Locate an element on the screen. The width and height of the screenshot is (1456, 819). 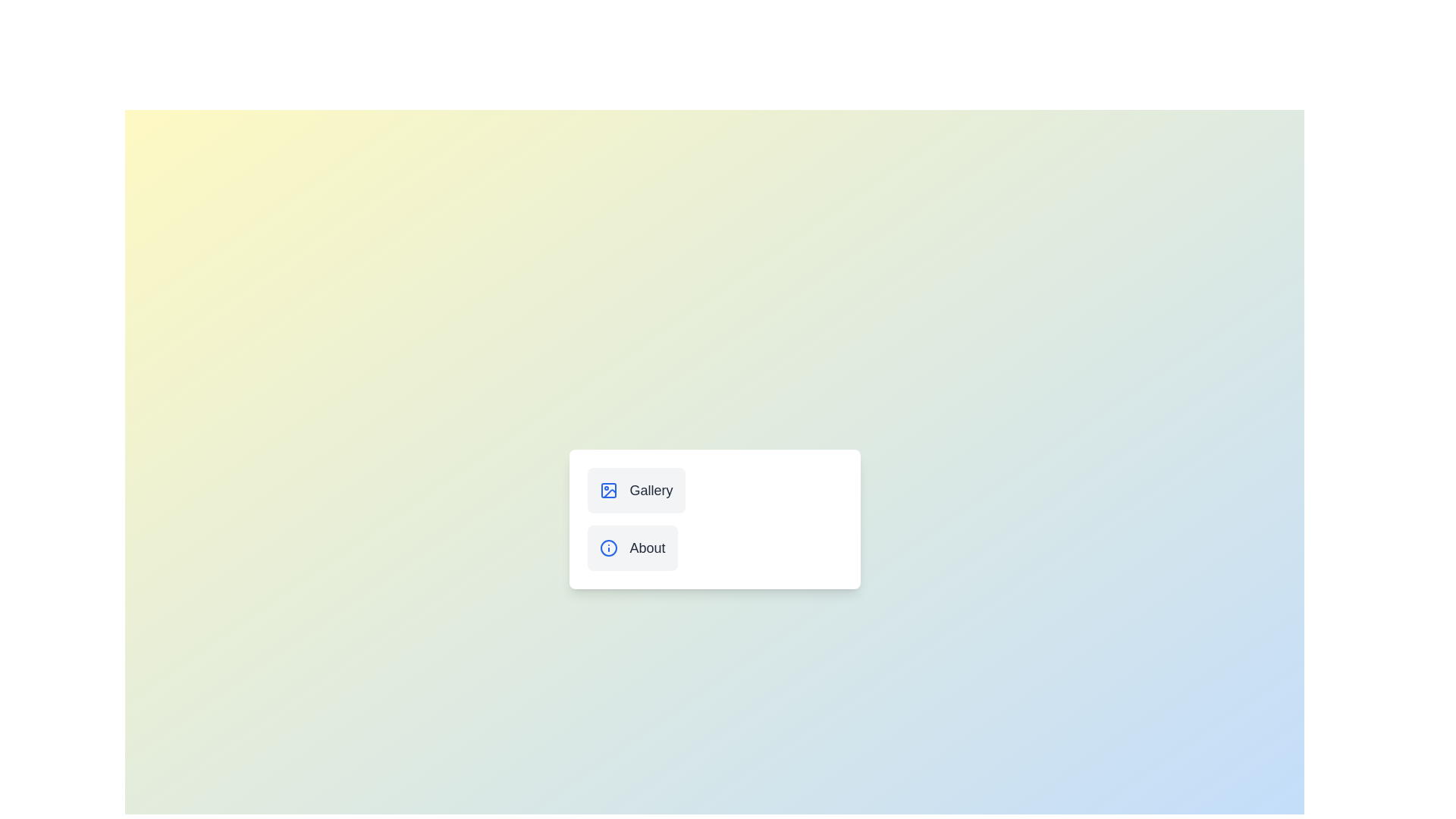
the Gallery button to change the menu state is located at coordinates (636, 491).